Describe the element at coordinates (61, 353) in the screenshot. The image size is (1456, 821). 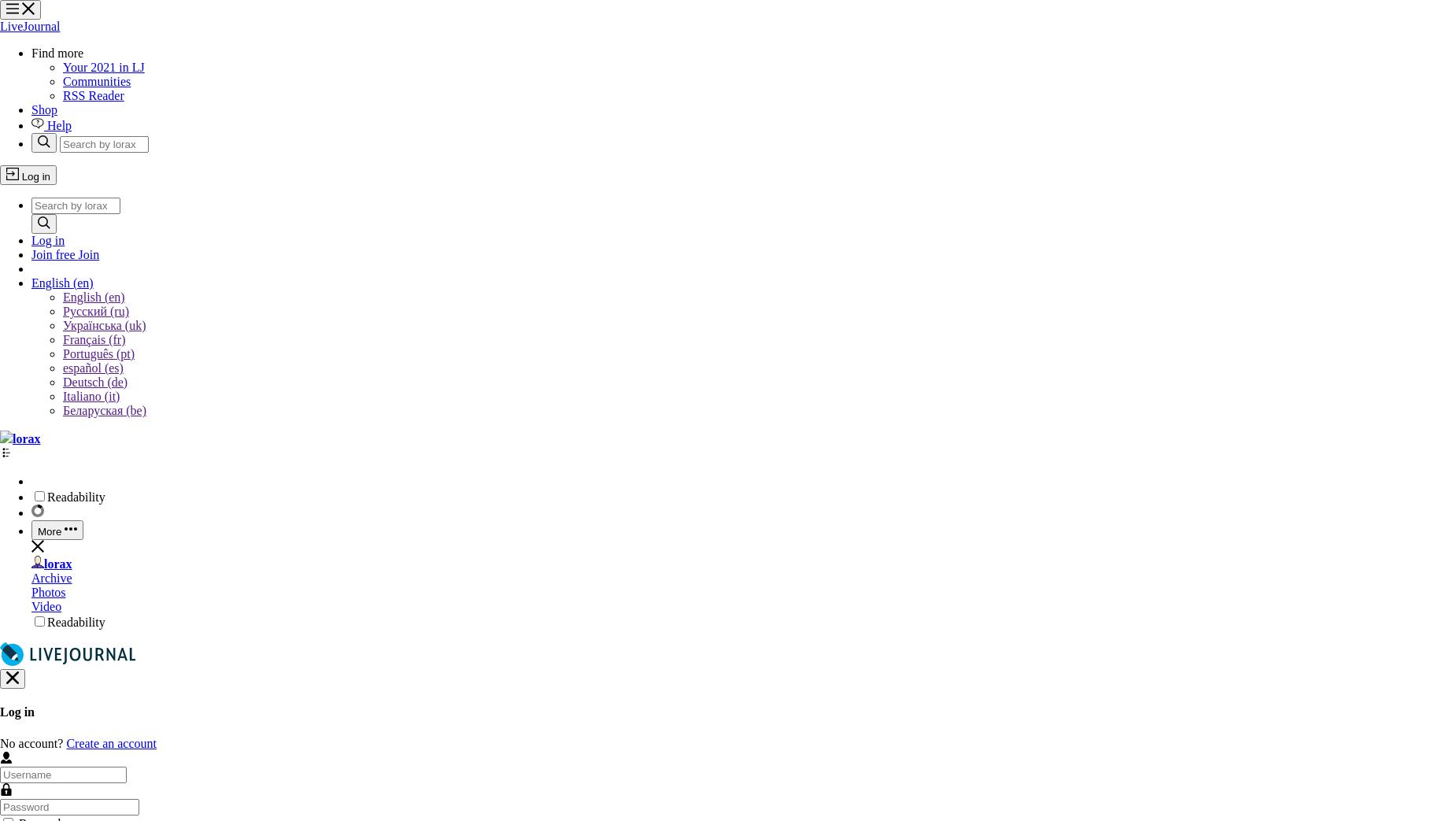
I see `'Português (pt)'` at that location.